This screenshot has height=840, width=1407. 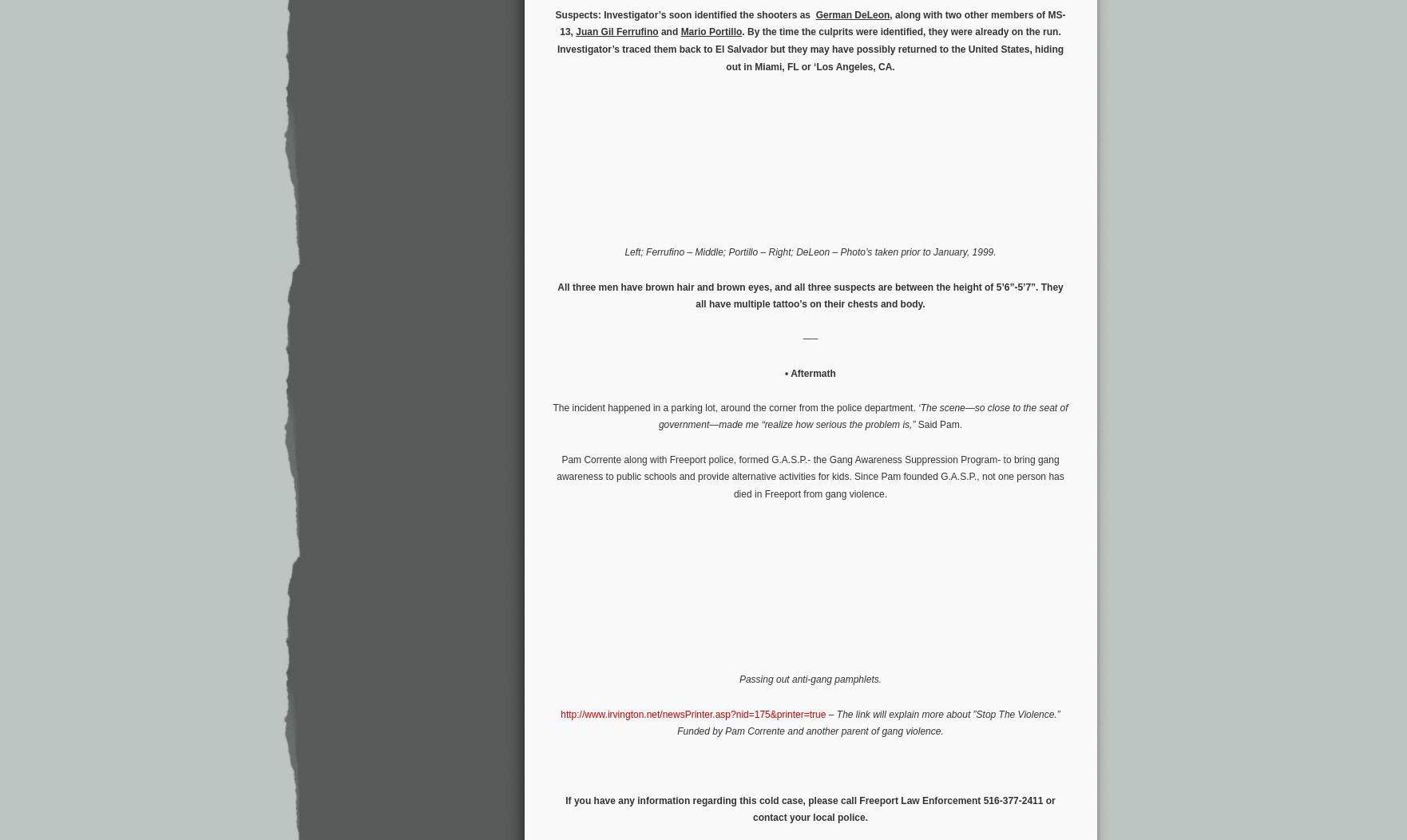 I want to click on 'Passing out anti-gang pamphlets.', so click(x=810, y=678).